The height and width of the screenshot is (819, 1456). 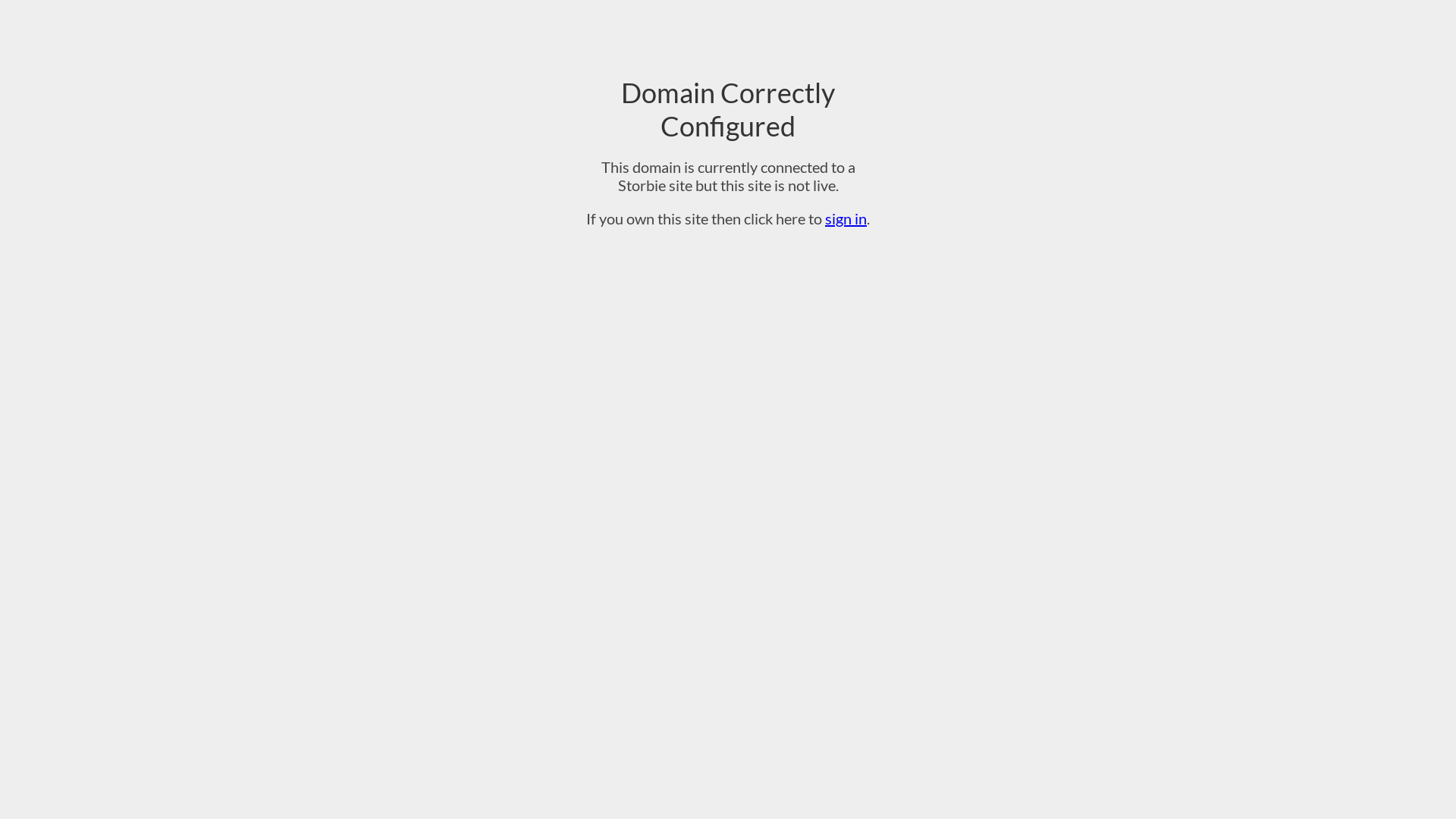 I want to click on 'sign in', so click(x=824, y=218).